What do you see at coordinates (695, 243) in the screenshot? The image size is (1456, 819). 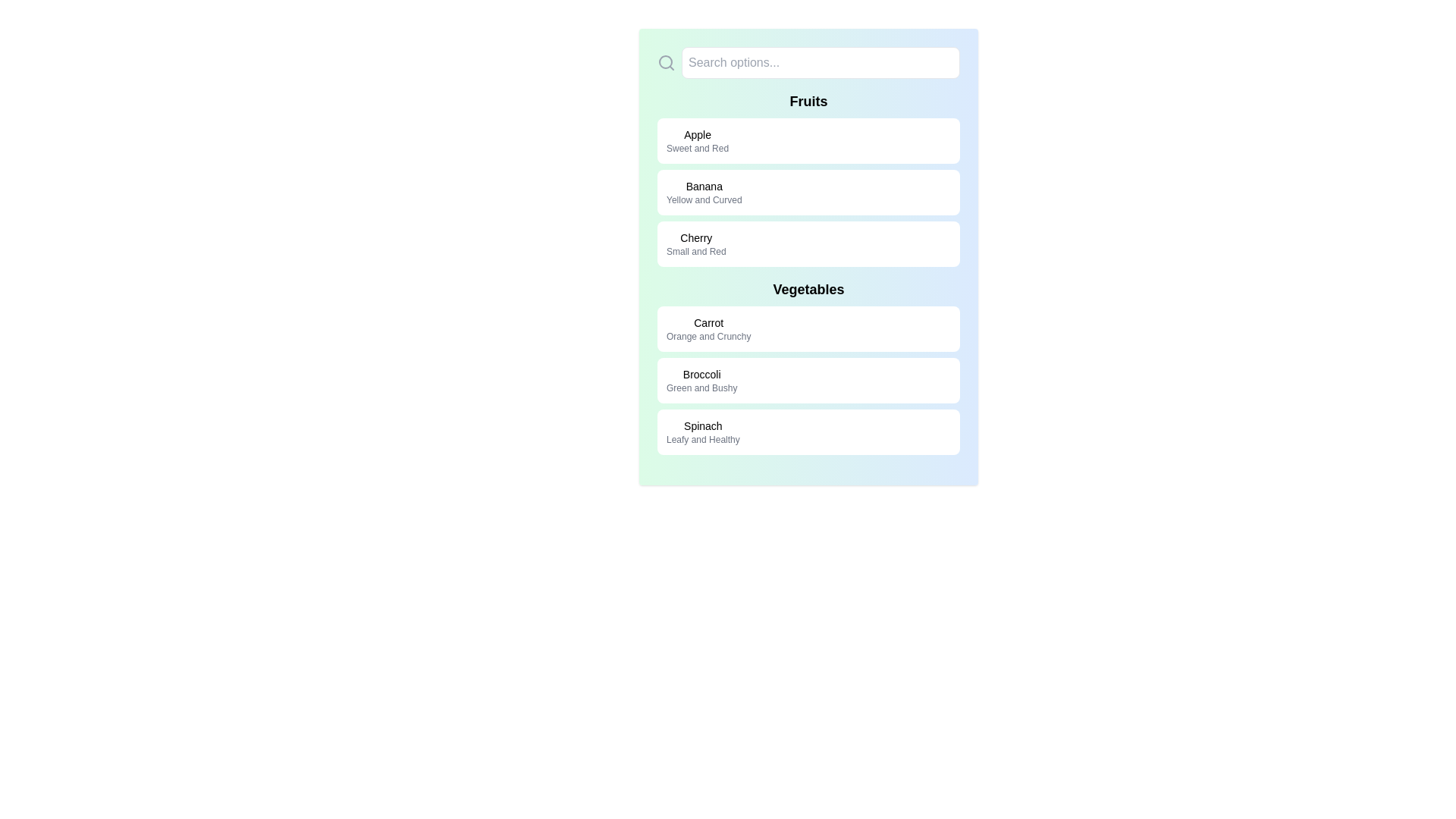 I see `on the informational text block representing the 'Cherry' item, which contains the description 'Small and Red' in the third row of the 'Fruits' list` at bounding box center [695, 243].